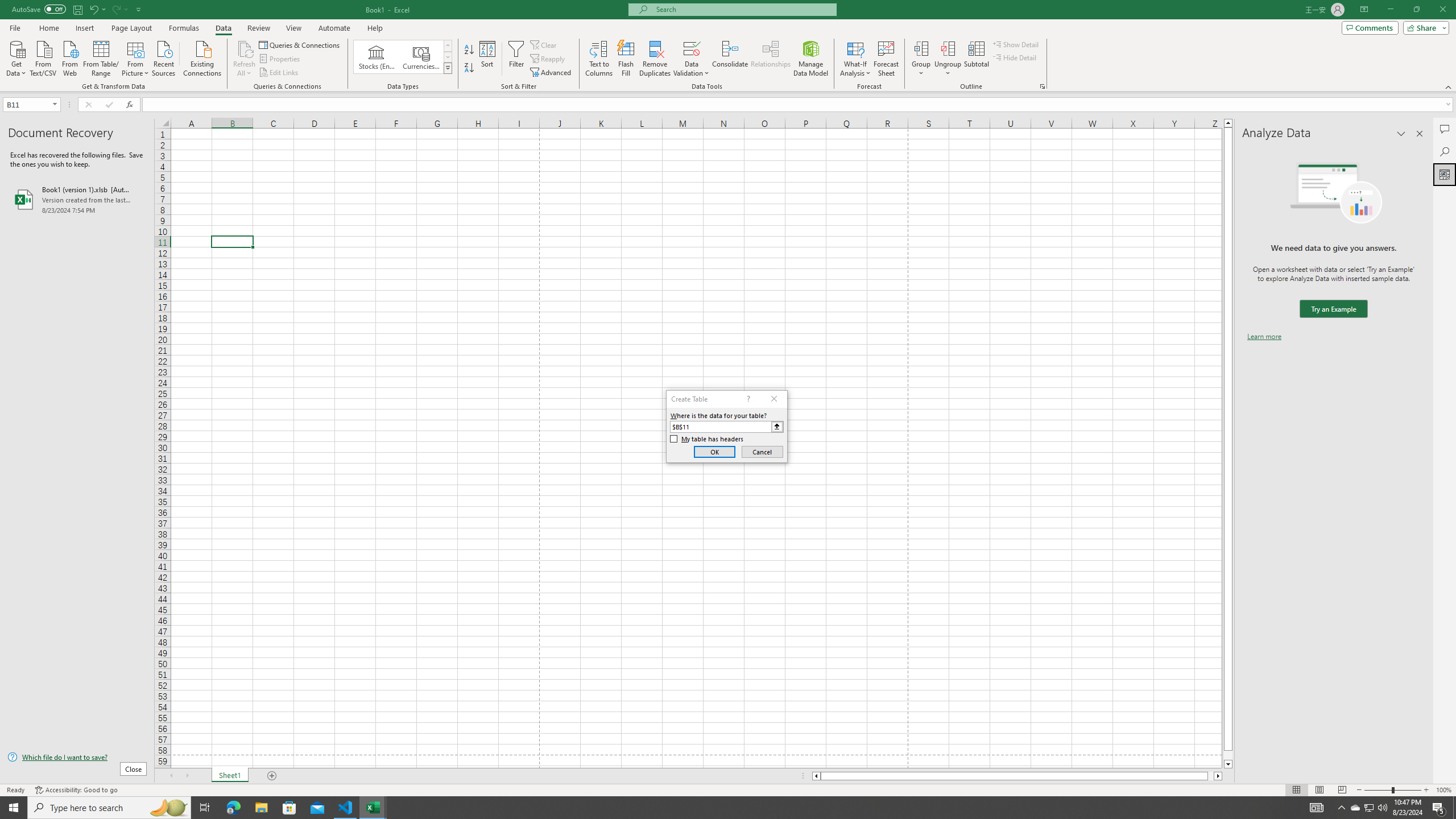 Image resolution: width=1456 pixels, height=819 pixels. What do you see at coordinates (1426, 790) in the screenshot?
I see `'Zoom In'` at bounding box center [1426, 790].